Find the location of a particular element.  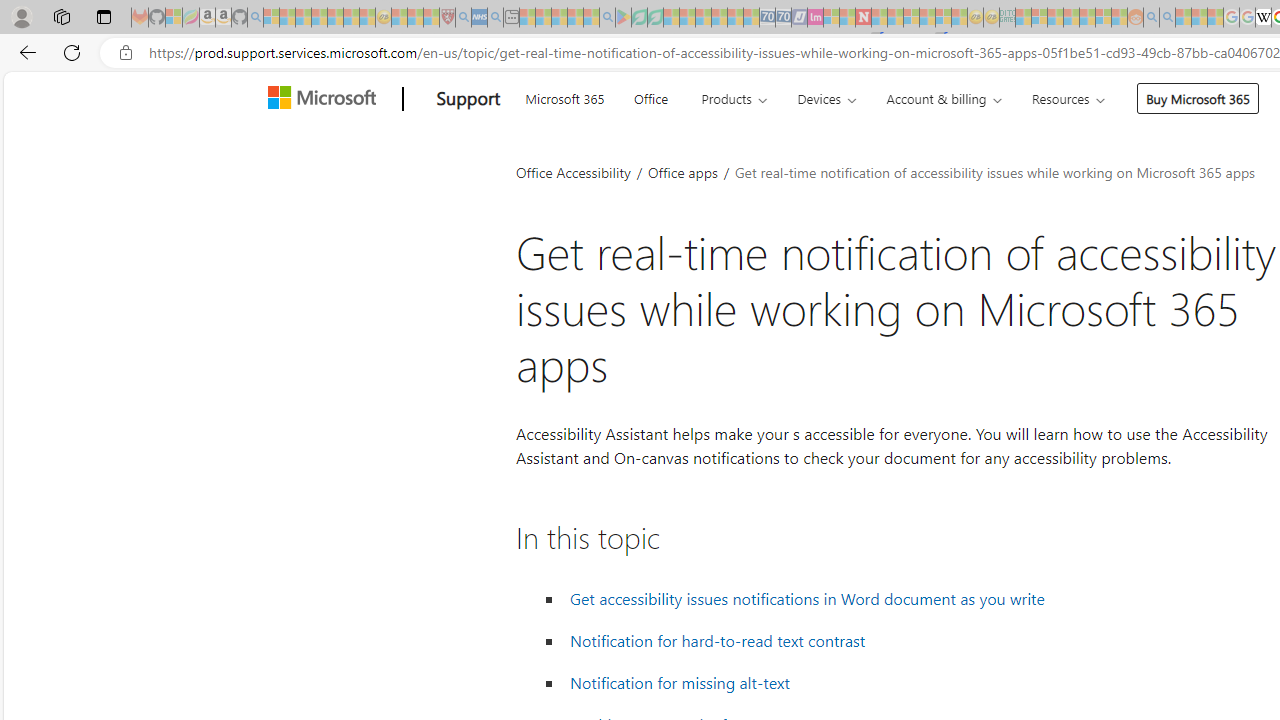

'utah sues federal government - Search - Sleeping' is located at coordinates (495, 17).